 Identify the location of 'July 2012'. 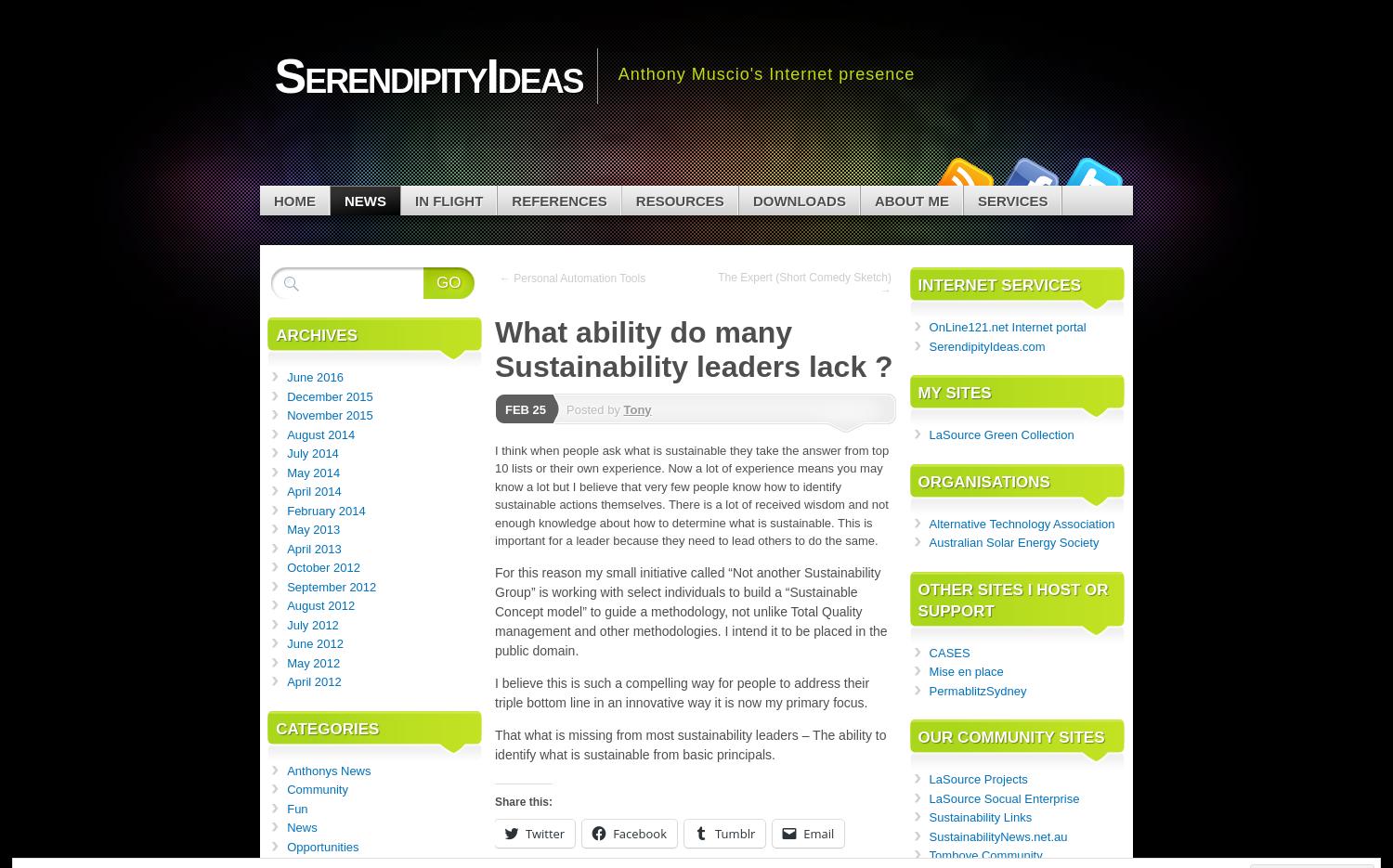
(311, 624).